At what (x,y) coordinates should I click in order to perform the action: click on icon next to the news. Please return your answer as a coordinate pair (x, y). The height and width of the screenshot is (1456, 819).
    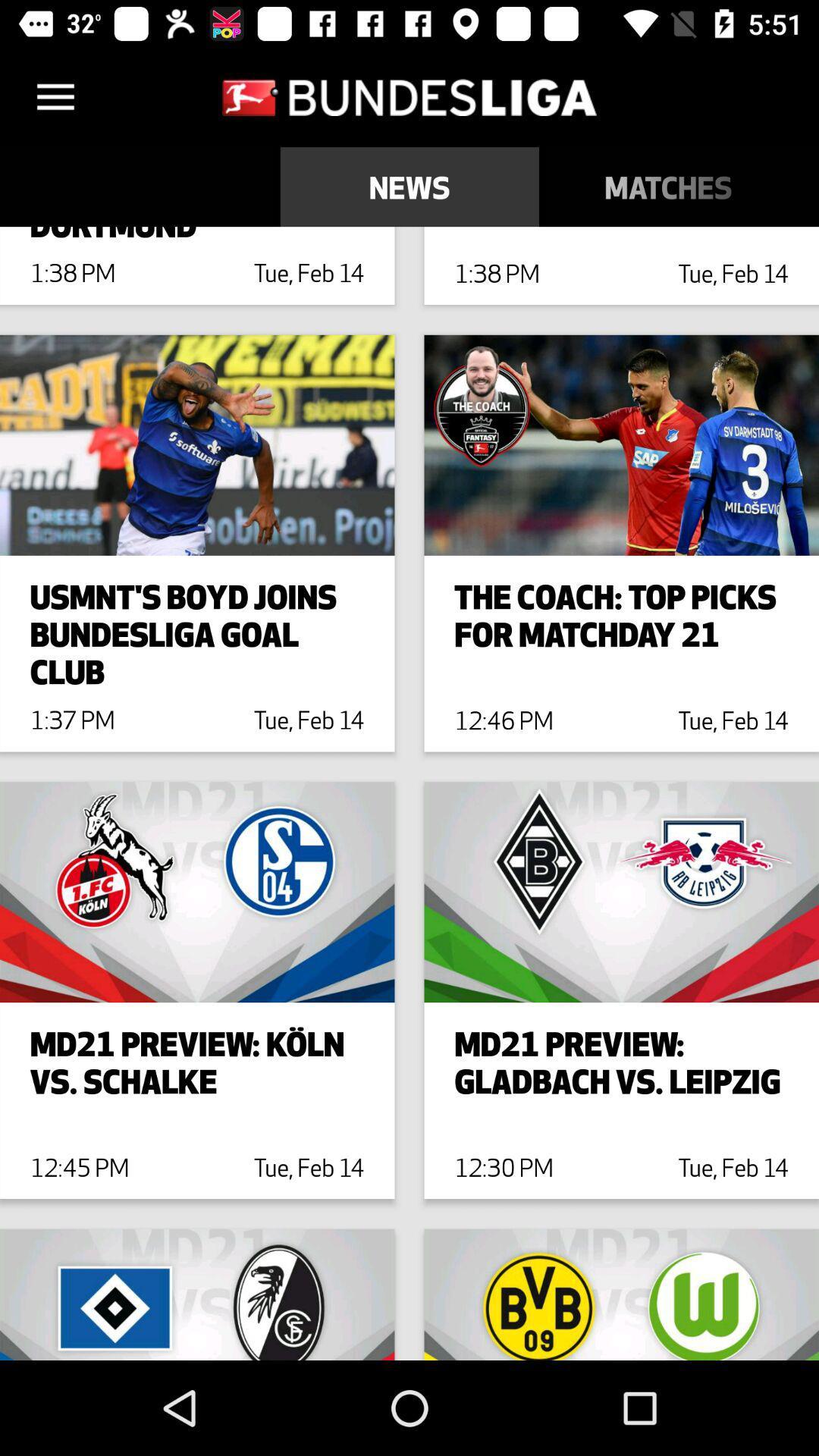
    Looking at the image, I should click on (667, 186).